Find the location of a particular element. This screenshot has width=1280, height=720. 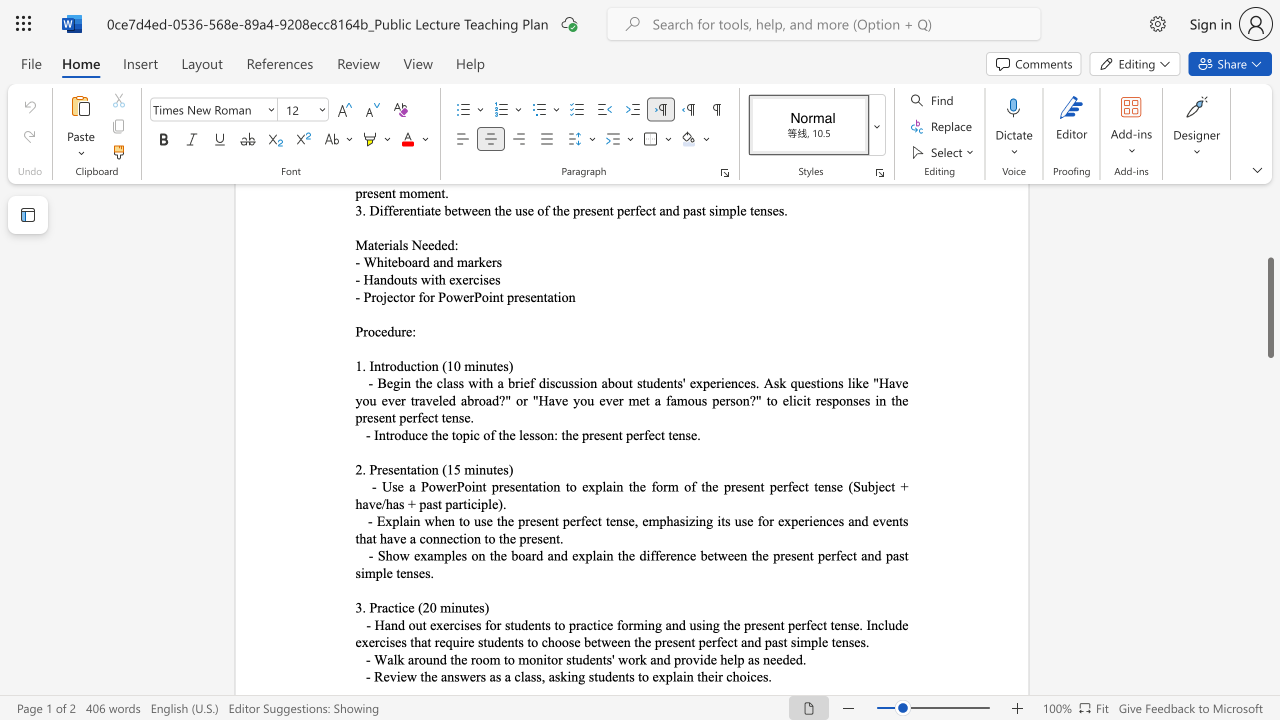

the scrollbar and move down 900 pixels is located at coordinates (1269, 308).